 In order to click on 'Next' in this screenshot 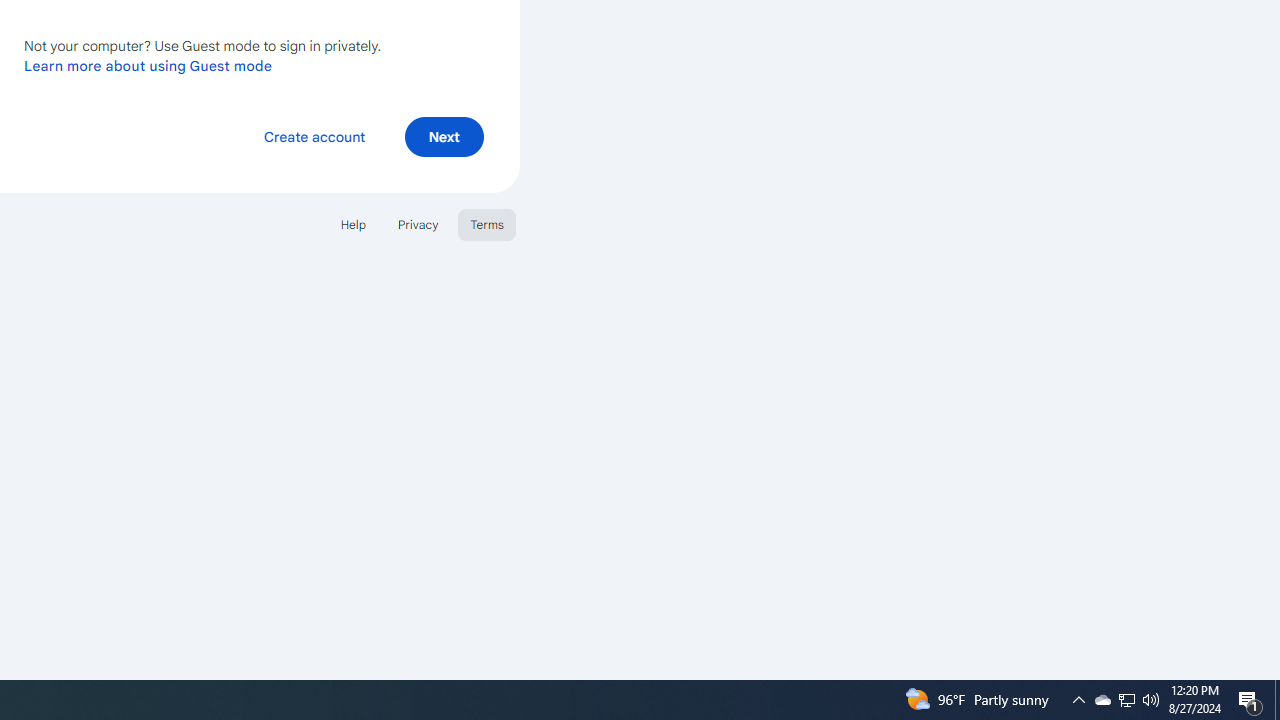, I will do `click(443, 135)`.